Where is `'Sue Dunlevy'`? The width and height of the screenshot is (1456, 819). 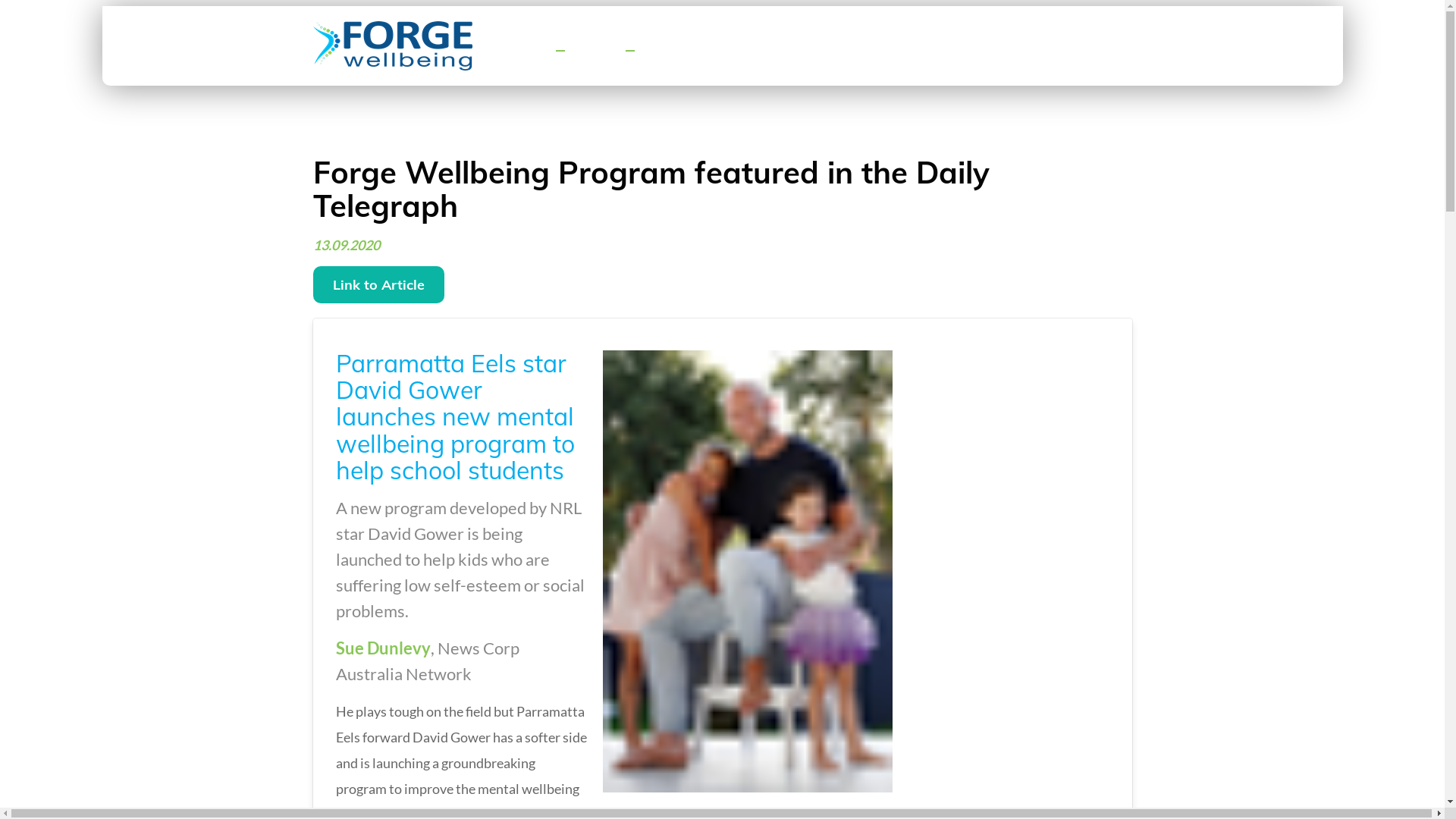 'Sue Dunlevy' is located at coordinates (382, 648).